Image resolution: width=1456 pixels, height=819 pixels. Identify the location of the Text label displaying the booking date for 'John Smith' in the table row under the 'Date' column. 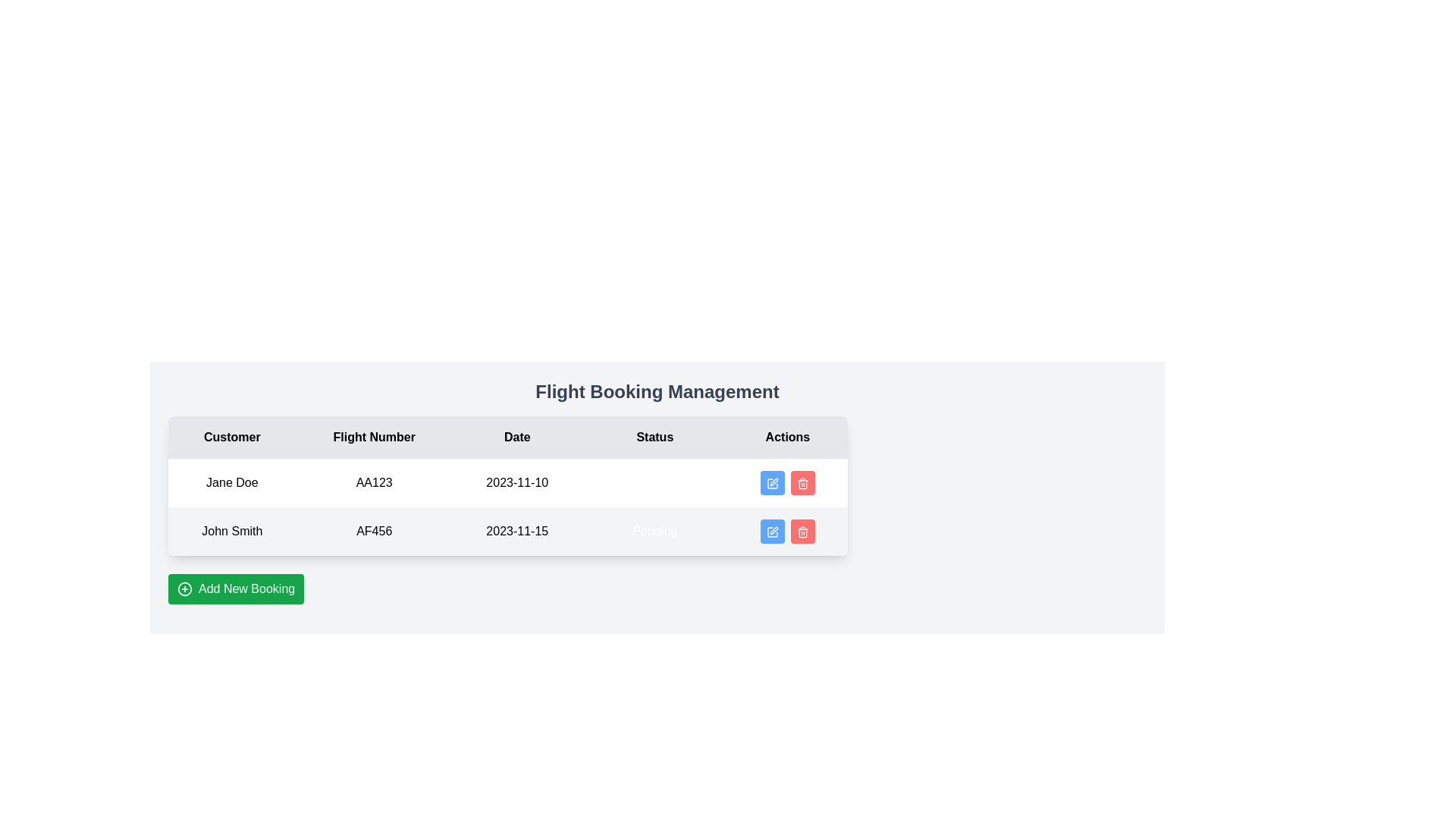
(517, 531).